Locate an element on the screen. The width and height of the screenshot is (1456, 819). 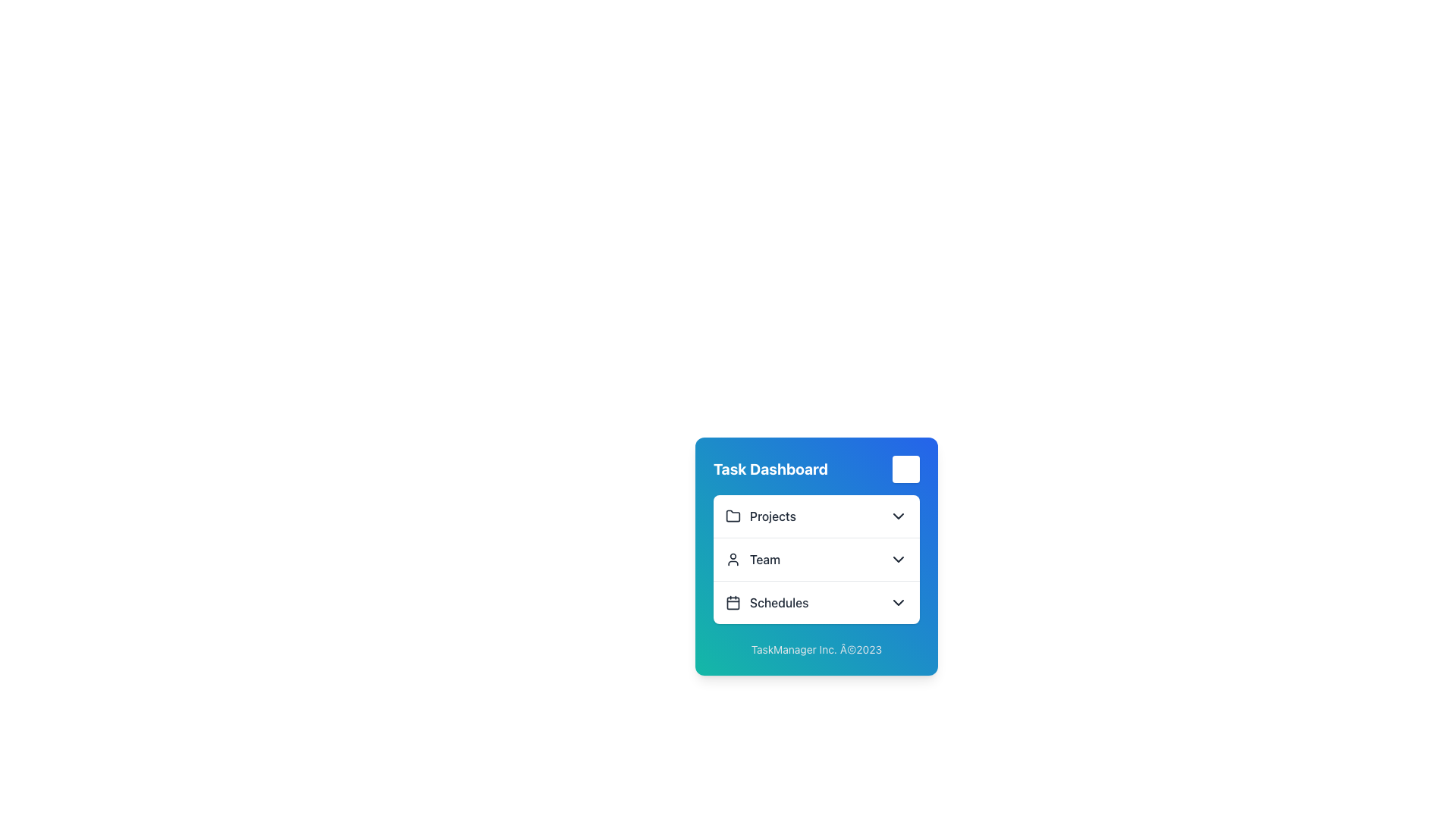
the 'Projects' icon located in the Task Dashboard interface, positioned to the left of the 'Projects' label is located at coordinates (733, 516).